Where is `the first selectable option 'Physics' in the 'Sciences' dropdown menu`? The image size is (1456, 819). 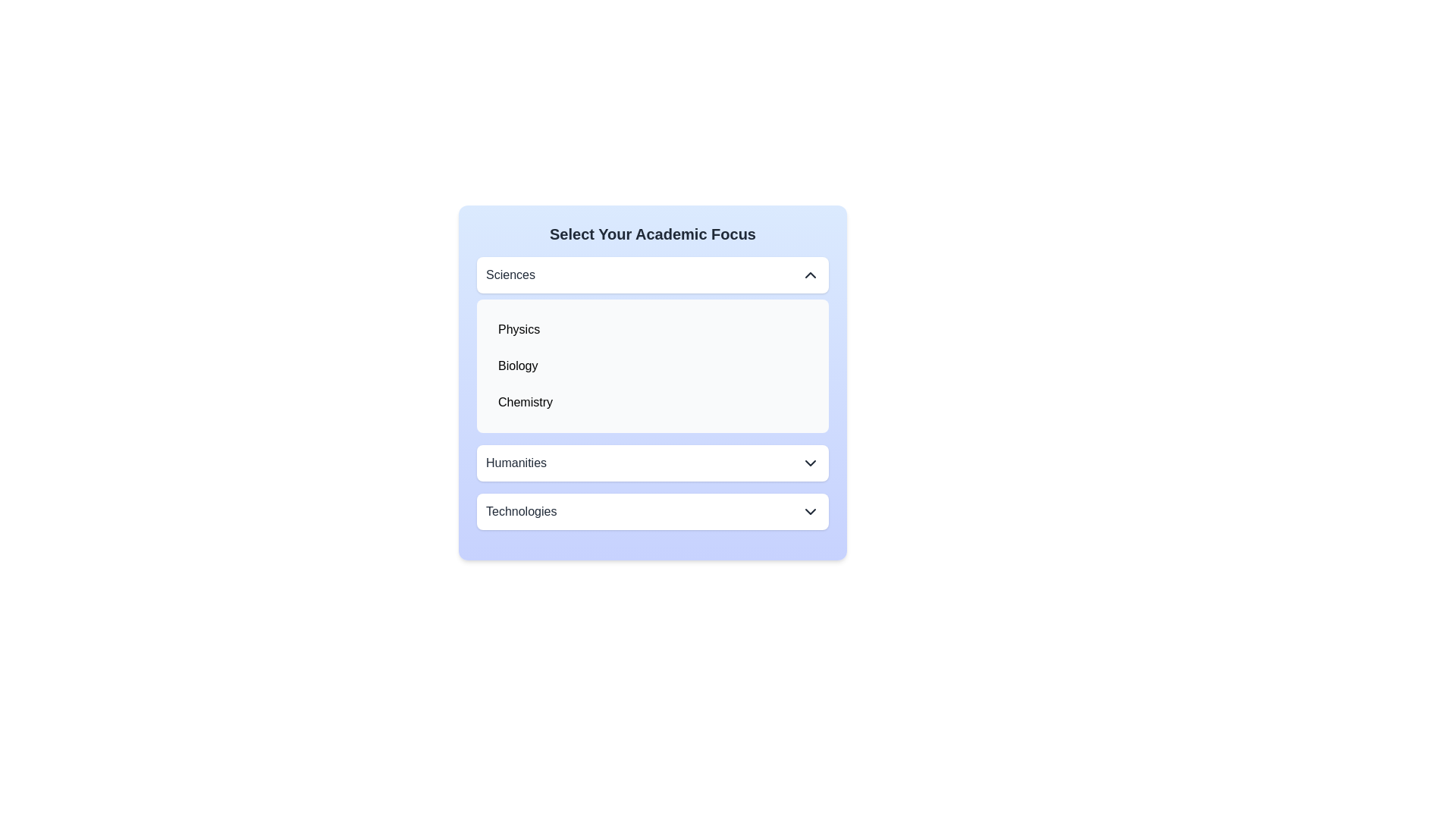 the first selectable option 'Physics' in the 'Sciences' dropdown menu is located at coordinates (652, 329).